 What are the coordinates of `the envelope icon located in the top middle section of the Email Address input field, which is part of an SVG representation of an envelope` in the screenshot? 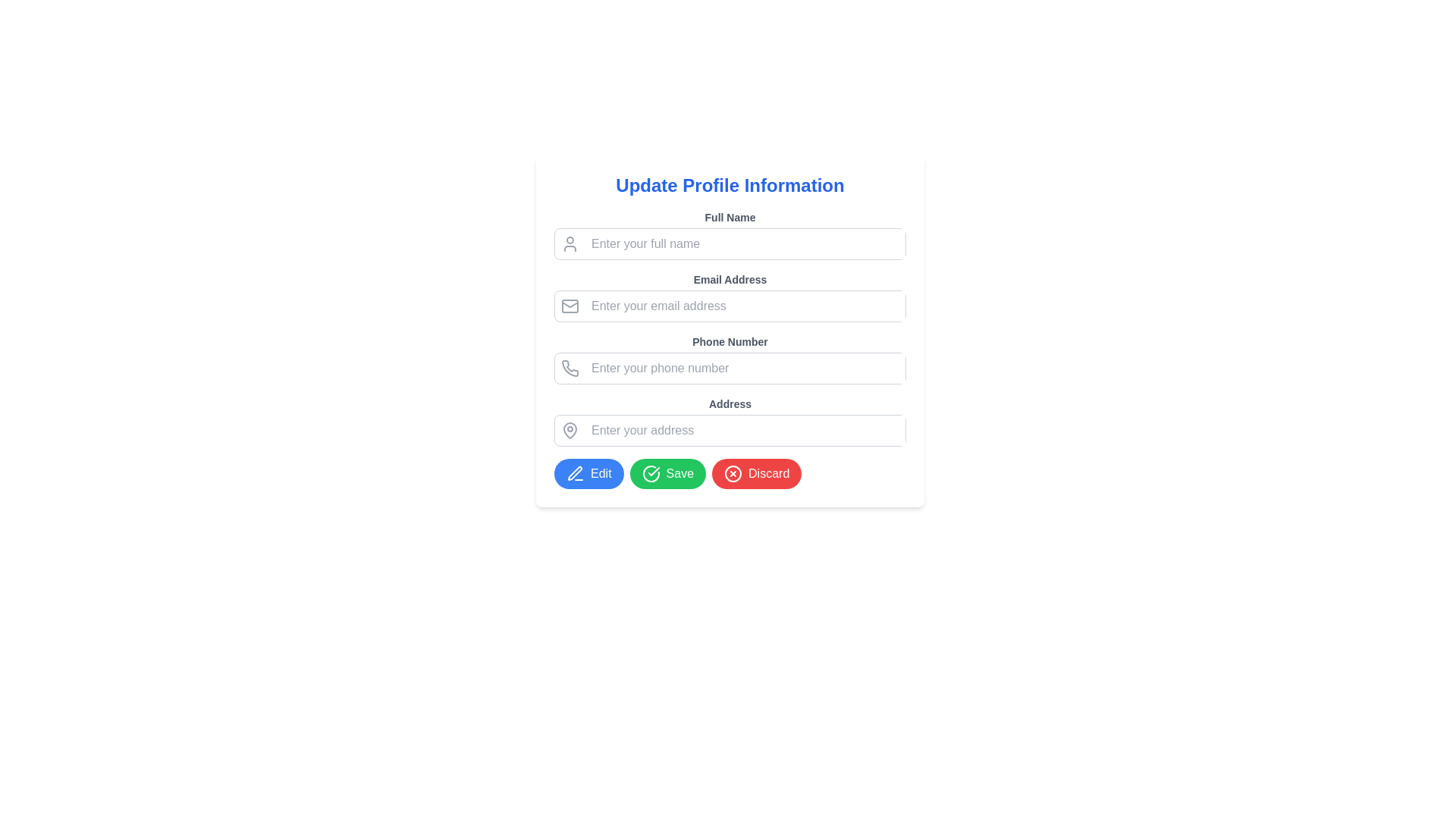 It's located at (570, 304).